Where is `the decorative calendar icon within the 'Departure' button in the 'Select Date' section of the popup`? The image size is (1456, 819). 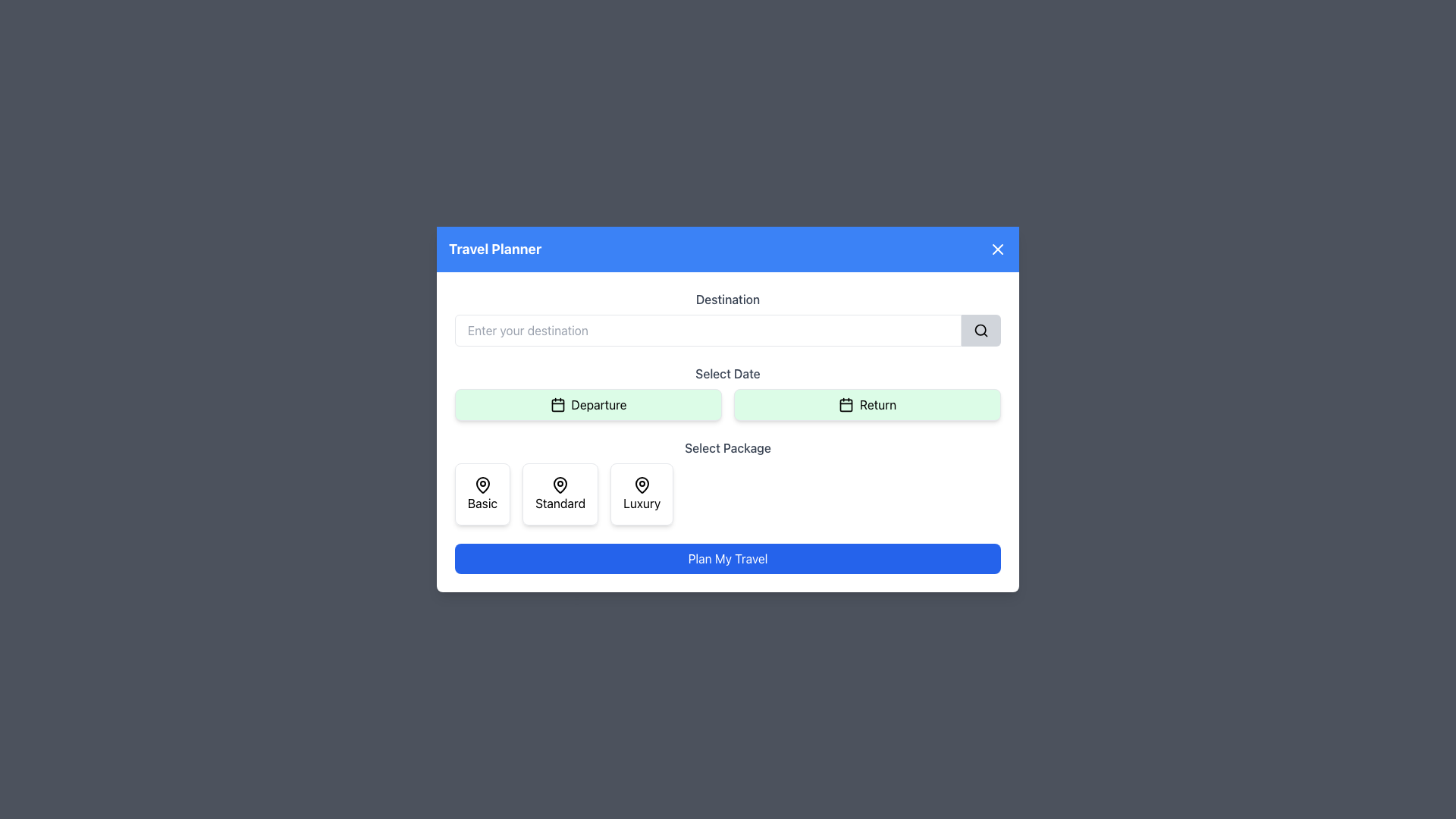 the decorative calendar icon within the 'Departure' button in the 'Select Date' section of the popup is located at coordinates (557, 404).